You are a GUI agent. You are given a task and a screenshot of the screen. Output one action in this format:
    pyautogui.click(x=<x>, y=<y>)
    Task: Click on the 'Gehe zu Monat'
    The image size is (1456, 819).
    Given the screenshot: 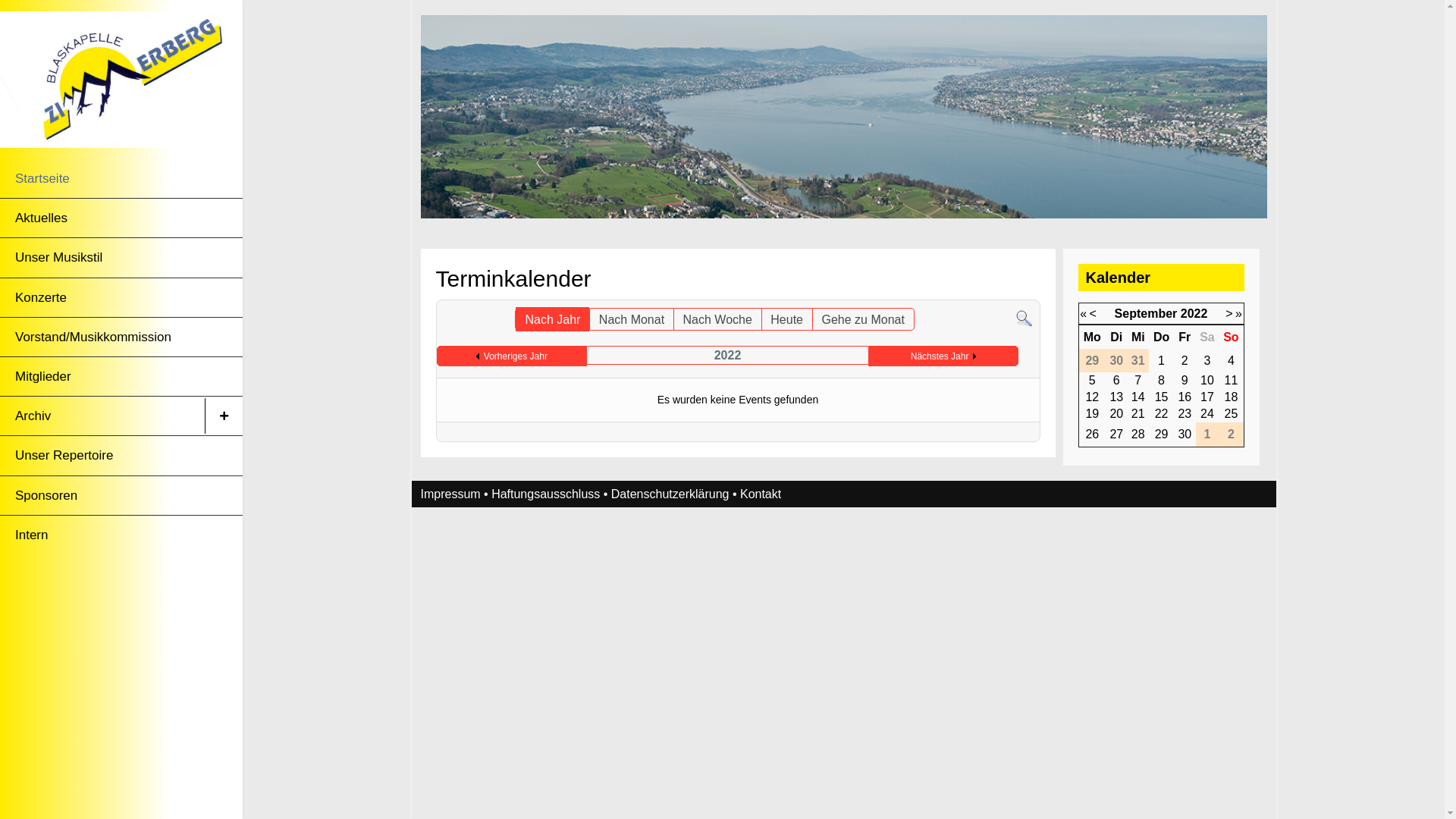 What is the action you would take?
    pyautogui.click(x=862, y=318)
    